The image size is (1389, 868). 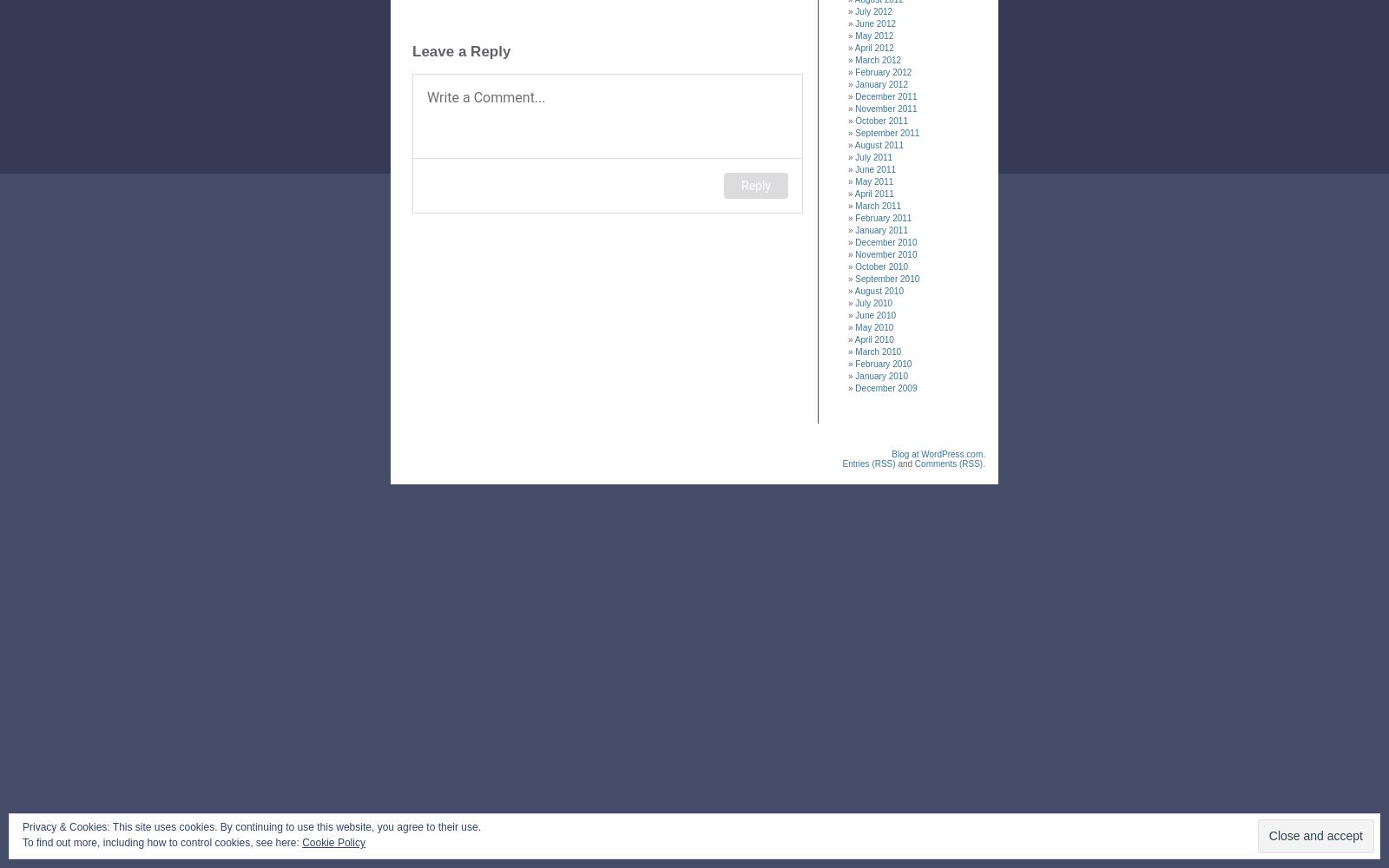 I want to click on 'December 2010', so click(x=885, y=242).